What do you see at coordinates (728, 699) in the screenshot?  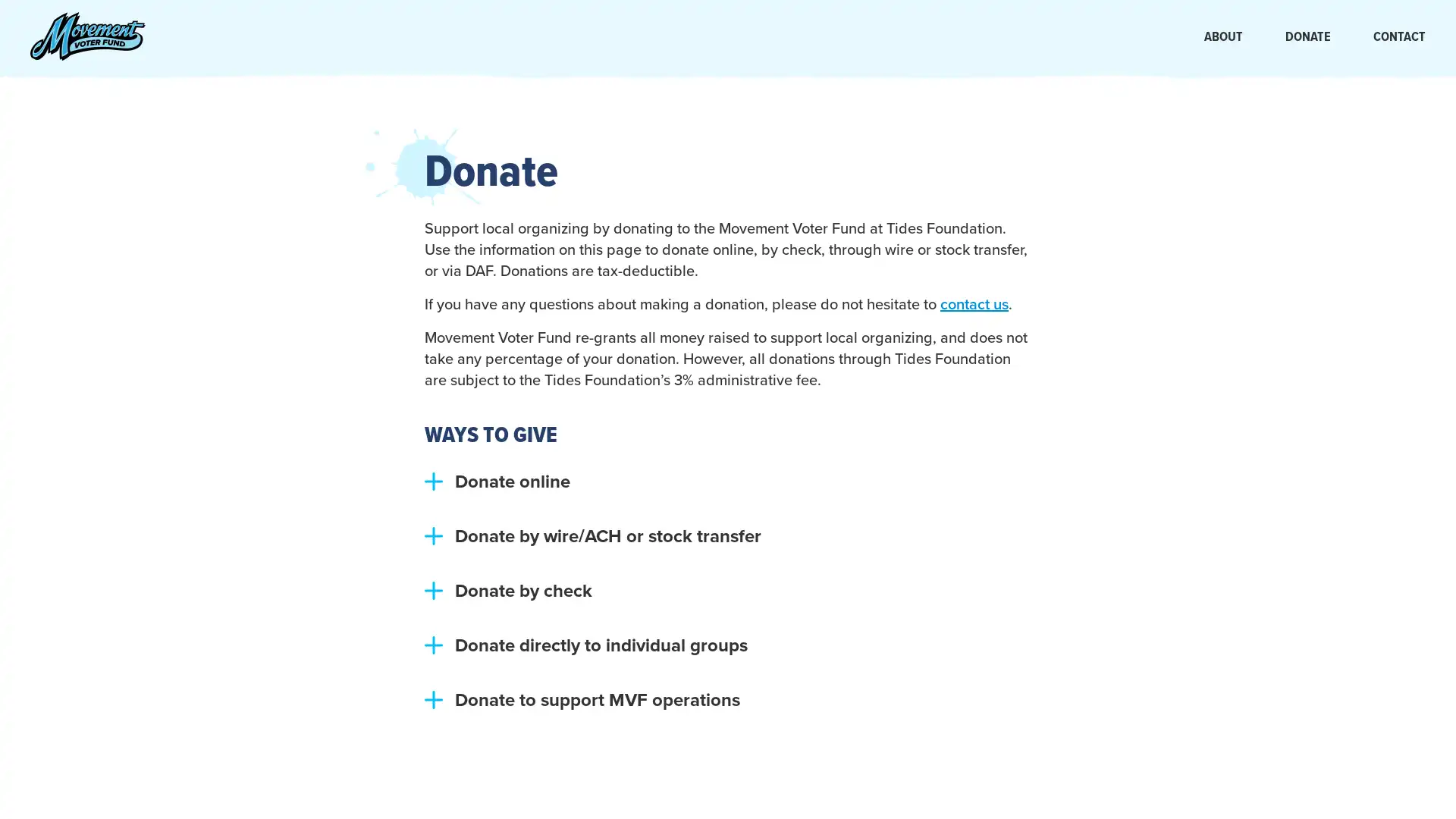 I see `plus Donate to support MVF operations` at bounding box center [728, 699].